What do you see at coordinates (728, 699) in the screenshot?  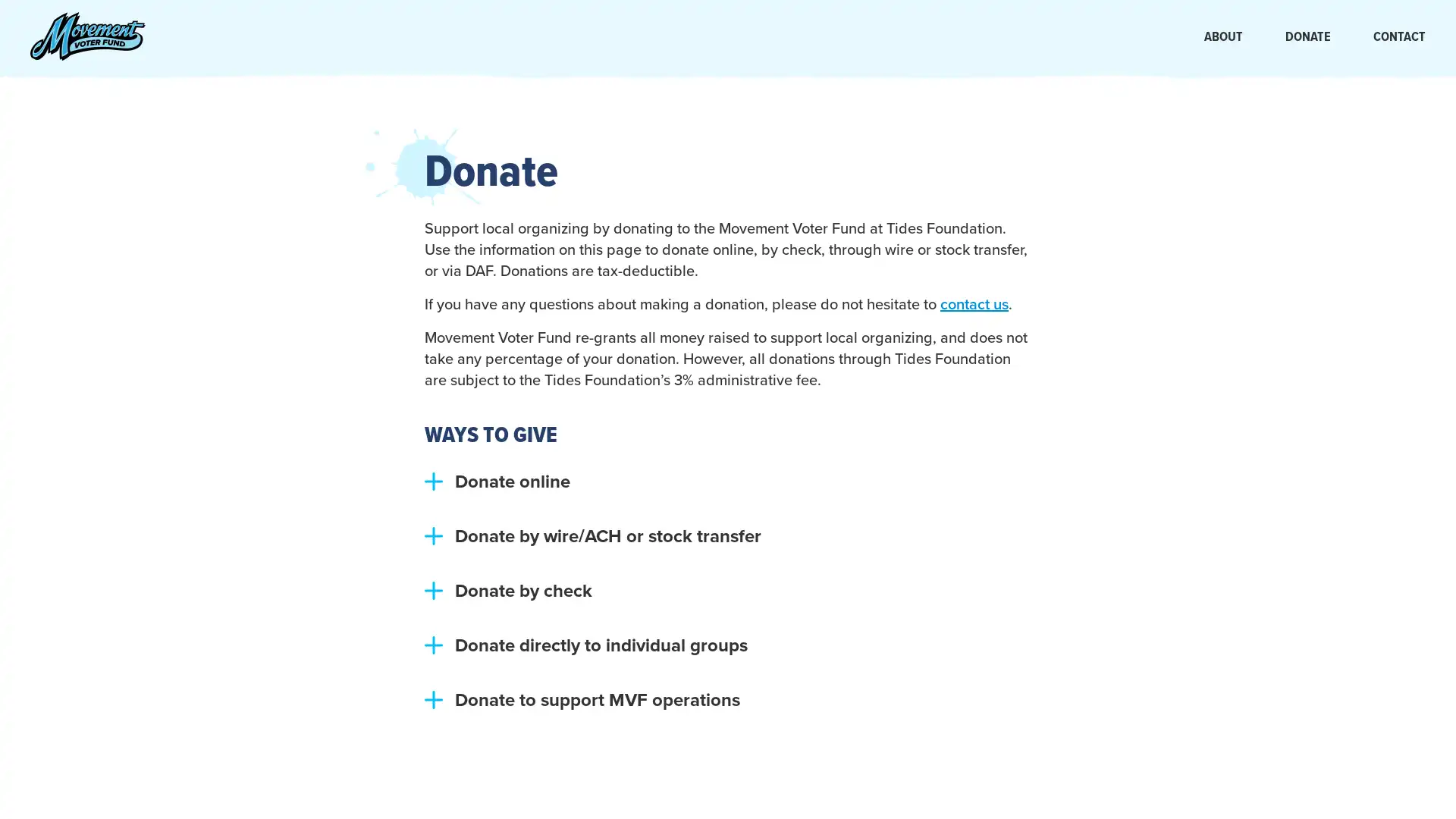 I see `plus Donate to support MVF operations` at bounding box center [728, 699].